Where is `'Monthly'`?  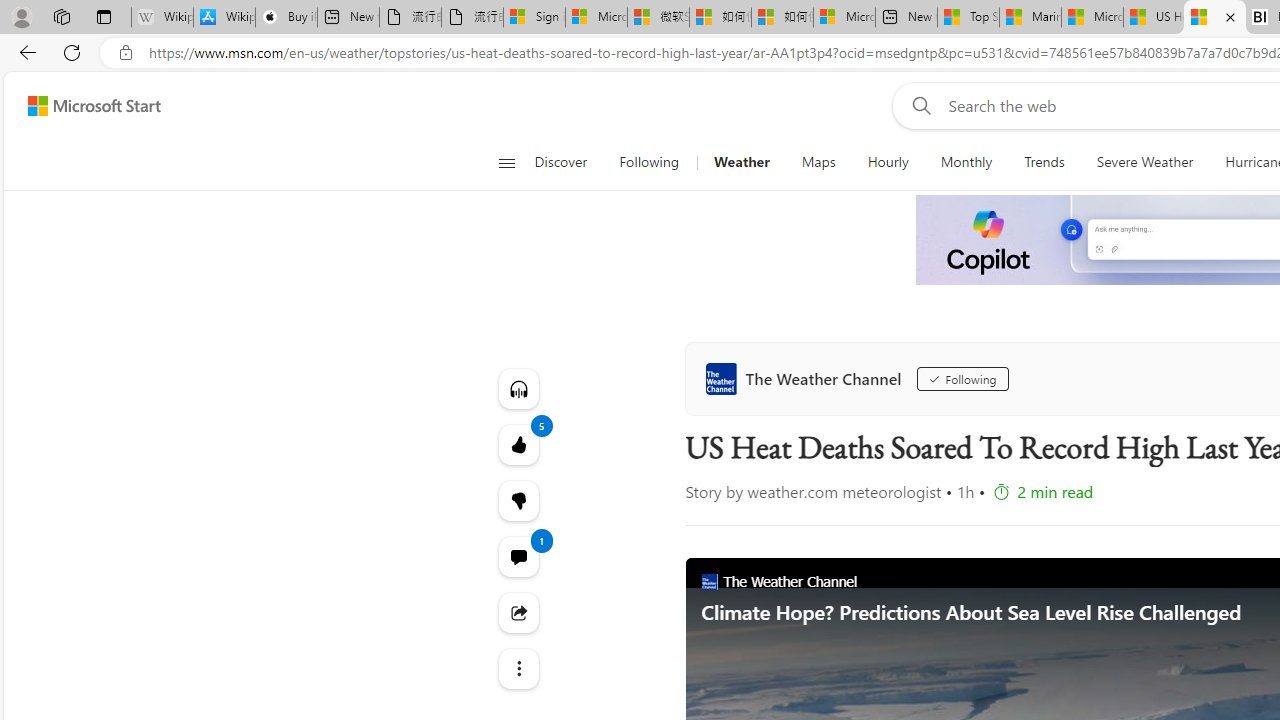
'Monthly' is located at coordinates (966, 162).